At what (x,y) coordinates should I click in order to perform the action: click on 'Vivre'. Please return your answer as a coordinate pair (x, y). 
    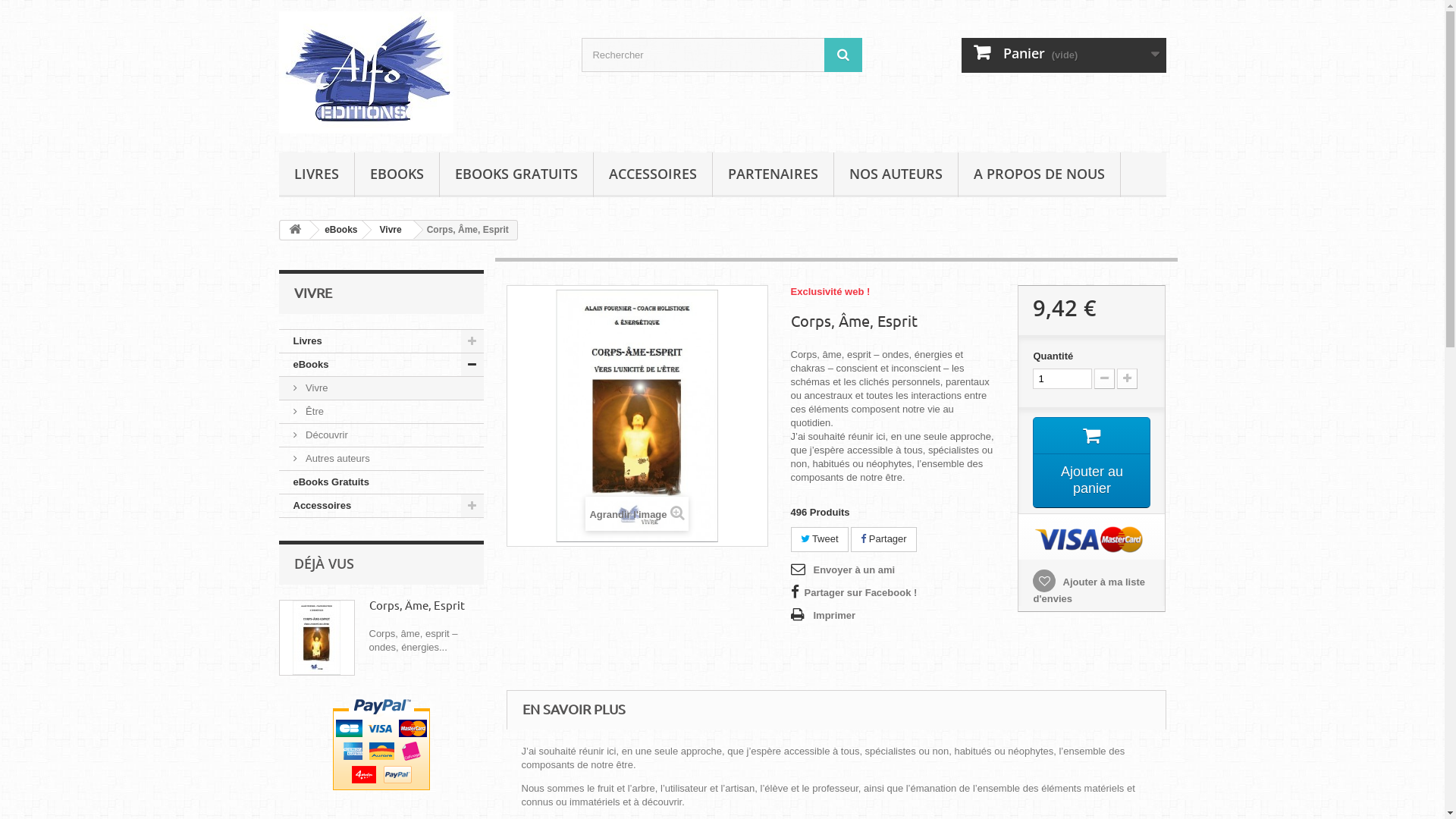
    Looking at the image, I should click on (388, 230).